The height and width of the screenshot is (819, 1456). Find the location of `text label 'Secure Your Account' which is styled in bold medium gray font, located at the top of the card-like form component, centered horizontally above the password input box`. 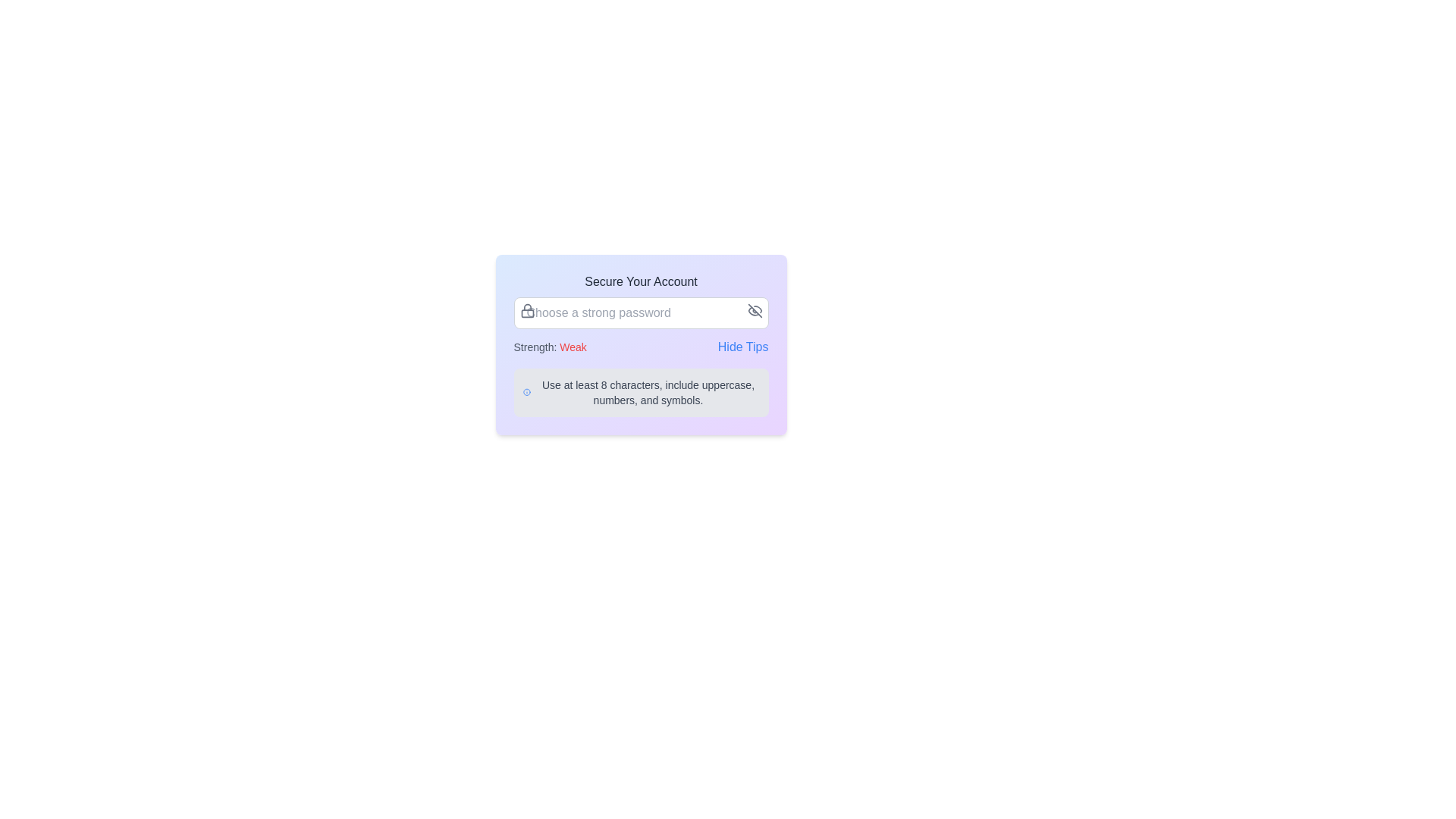

text label 'Secure Your Account' which is styled in bold medium gray font, located at the top of the card-like form component, centered horizontally above the password input box is located at coordinates (641, 281).